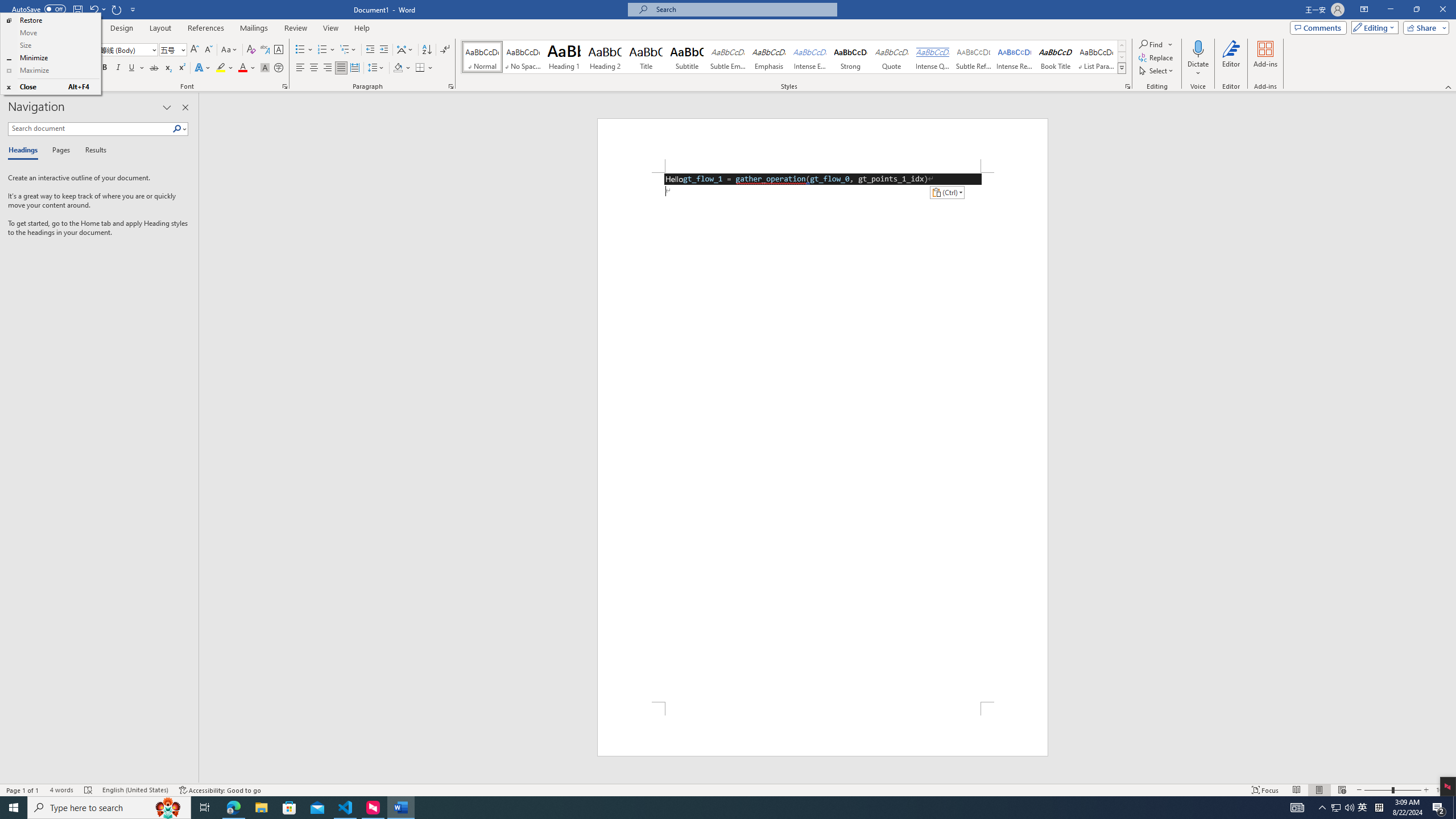 Image resolution: width=1456 pixels, height=819 pixels. What do you see at coordinates (892, 56) in the screenshot?
I see `'Quote'` at bounding box center [892, 56].